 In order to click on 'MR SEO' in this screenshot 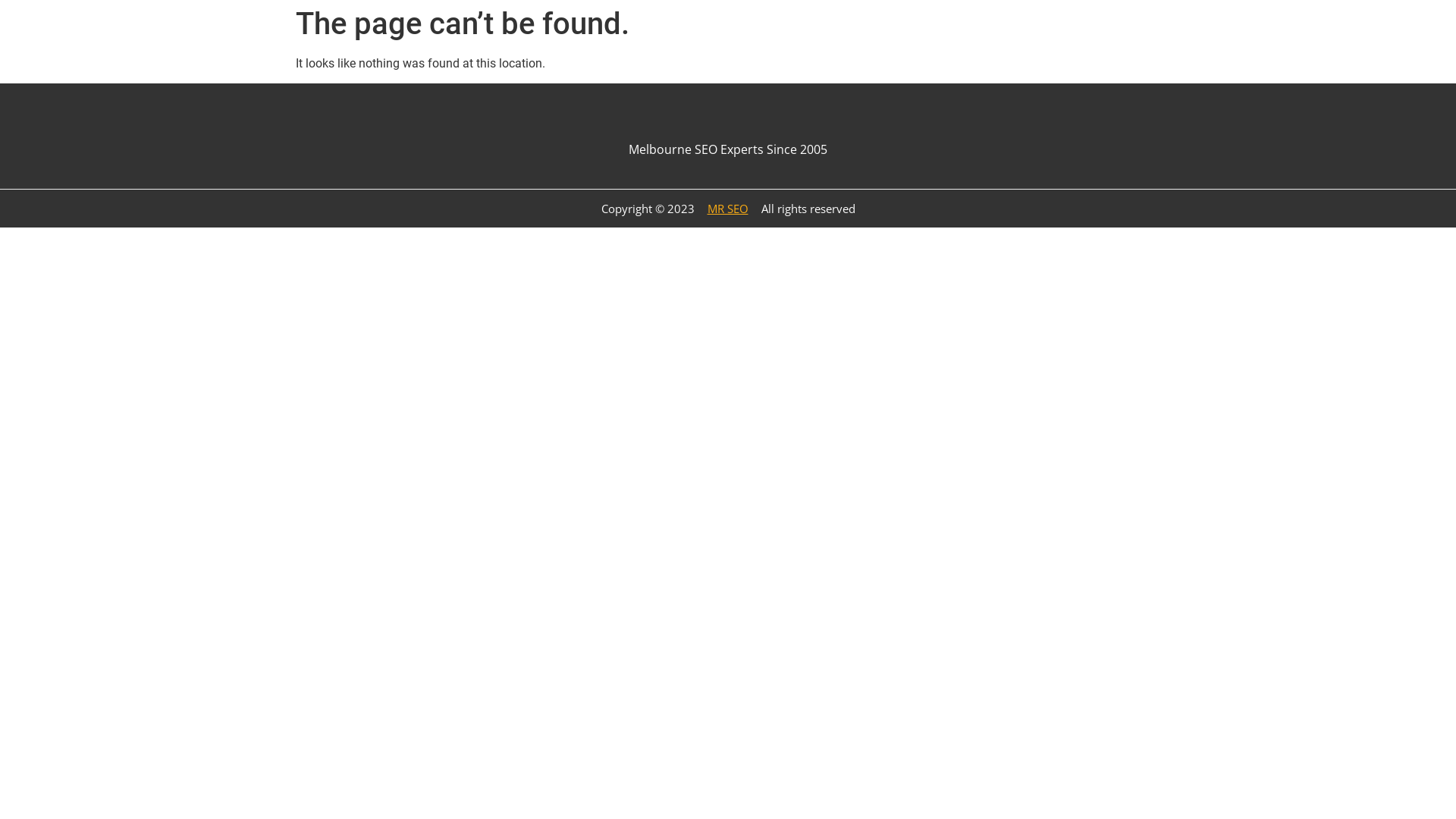, I will do `click(697, 208)`.